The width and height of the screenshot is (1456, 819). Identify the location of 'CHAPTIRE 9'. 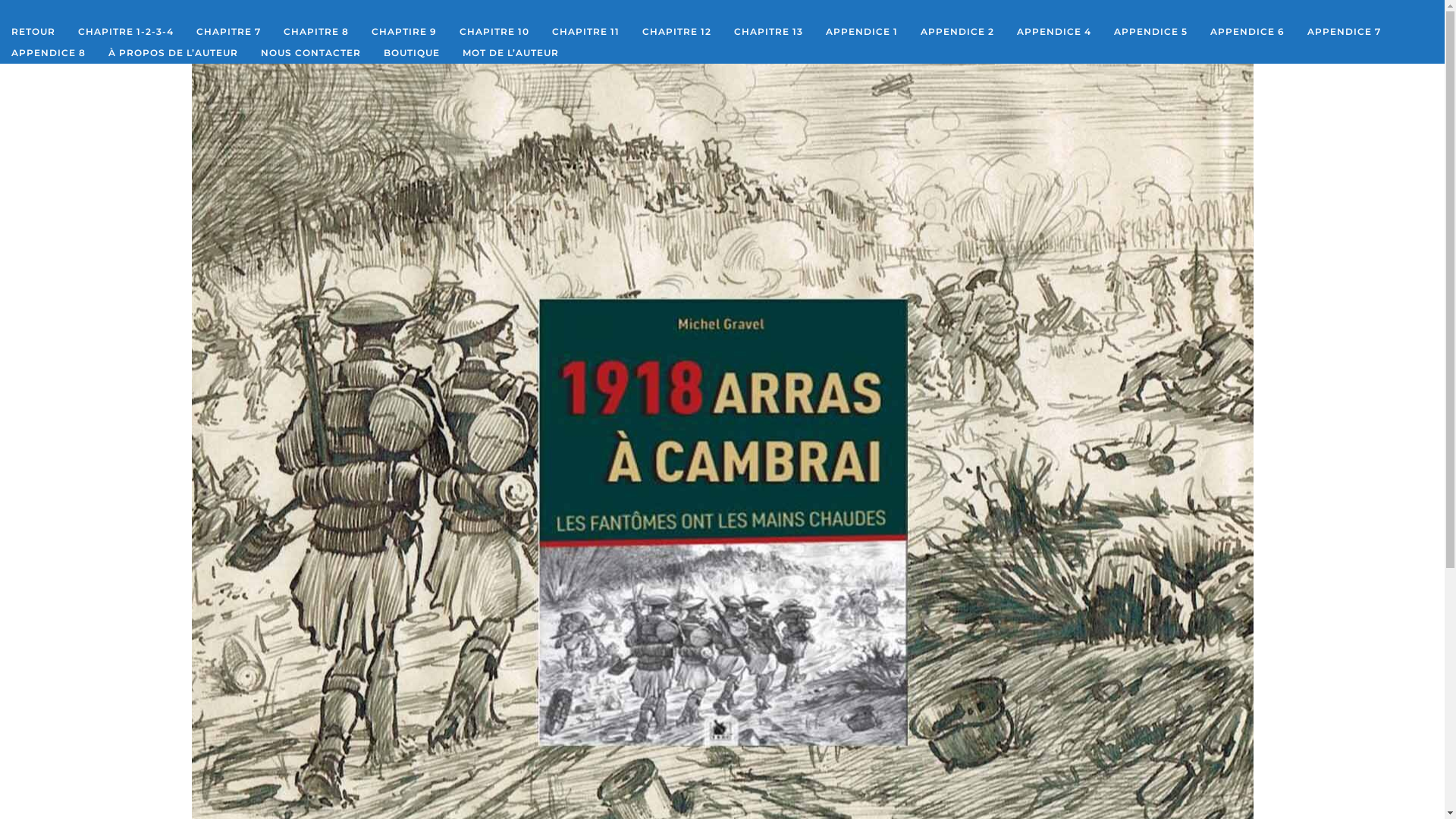
(403, 32).